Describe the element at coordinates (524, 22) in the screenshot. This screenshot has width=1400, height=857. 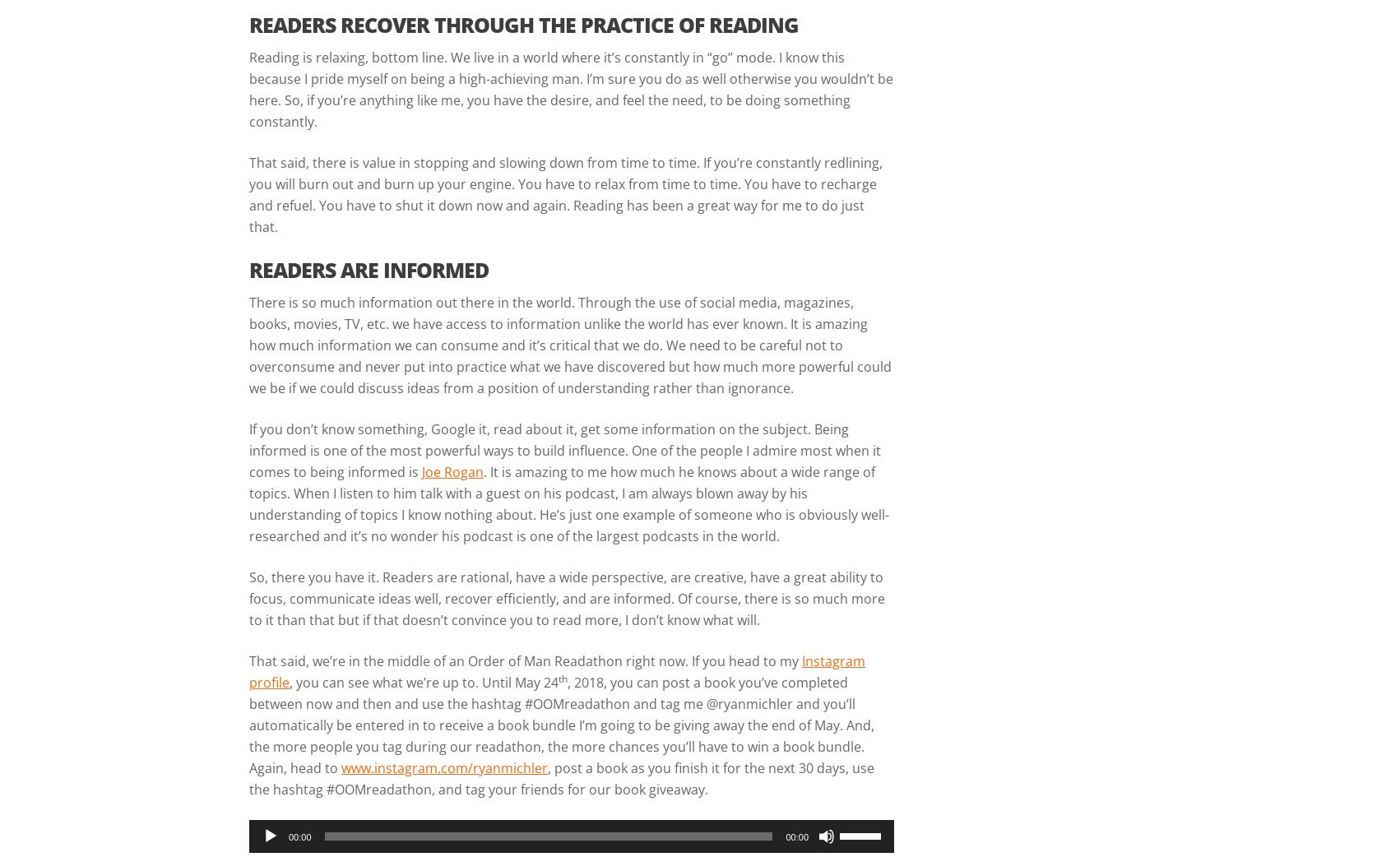
I see `'READERS RECOVER THROUGH THE PRACTICE OF READING'` at that location.